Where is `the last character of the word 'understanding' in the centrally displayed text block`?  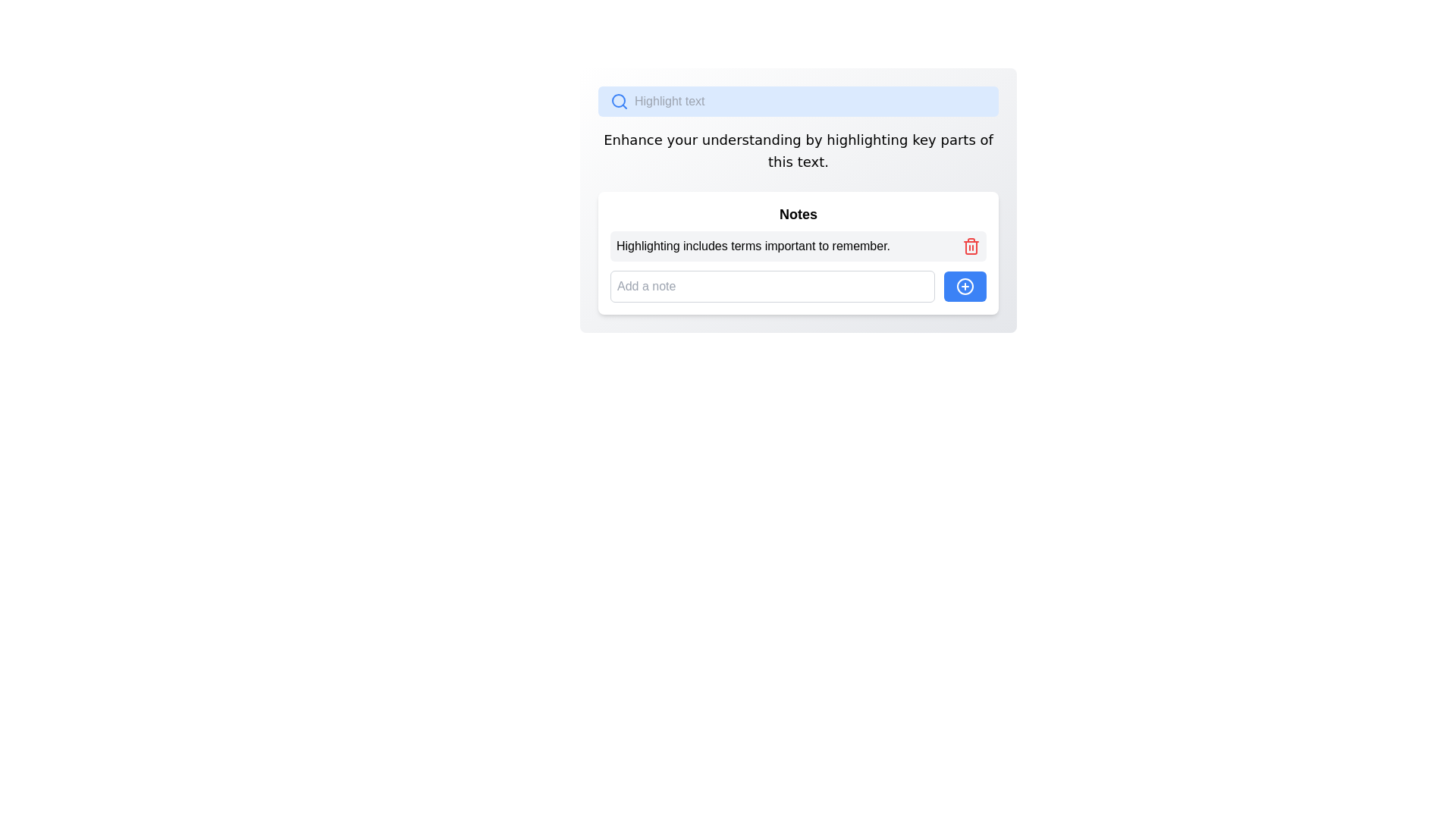
the last character of the word 'understanding' in the centrally displayed text block is located at coordinates (739, 140).